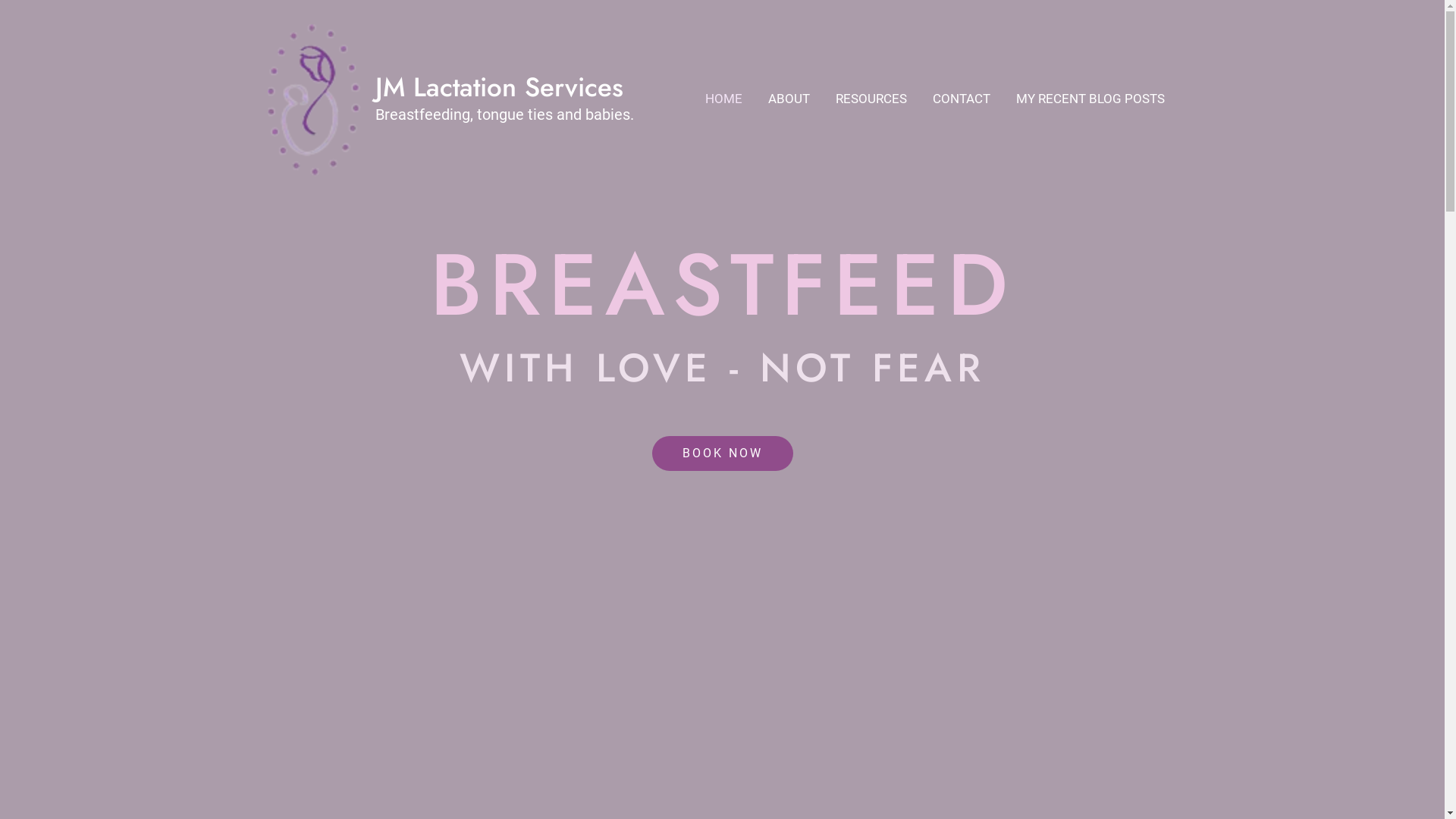 This screenshot has height=819, width=1456. What do you see at coordinates (498, 87) in the screenshot?
I see `'JM Lactation Services'` at bounding box center [498, 87].